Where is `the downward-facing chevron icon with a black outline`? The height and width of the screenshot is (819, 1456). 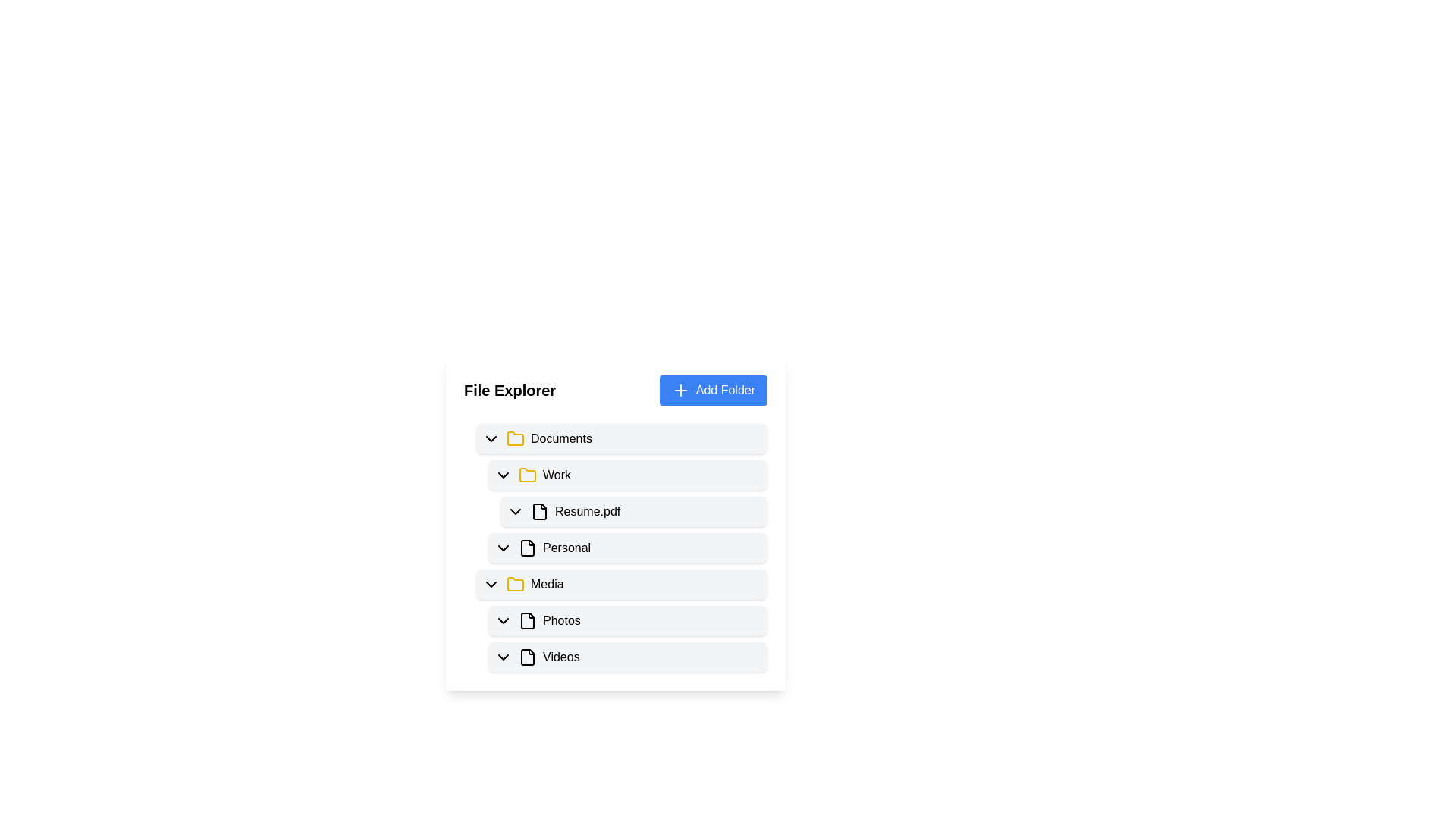
the downward-facing chevron icon with a black outline is located at coordinates (503, 620).